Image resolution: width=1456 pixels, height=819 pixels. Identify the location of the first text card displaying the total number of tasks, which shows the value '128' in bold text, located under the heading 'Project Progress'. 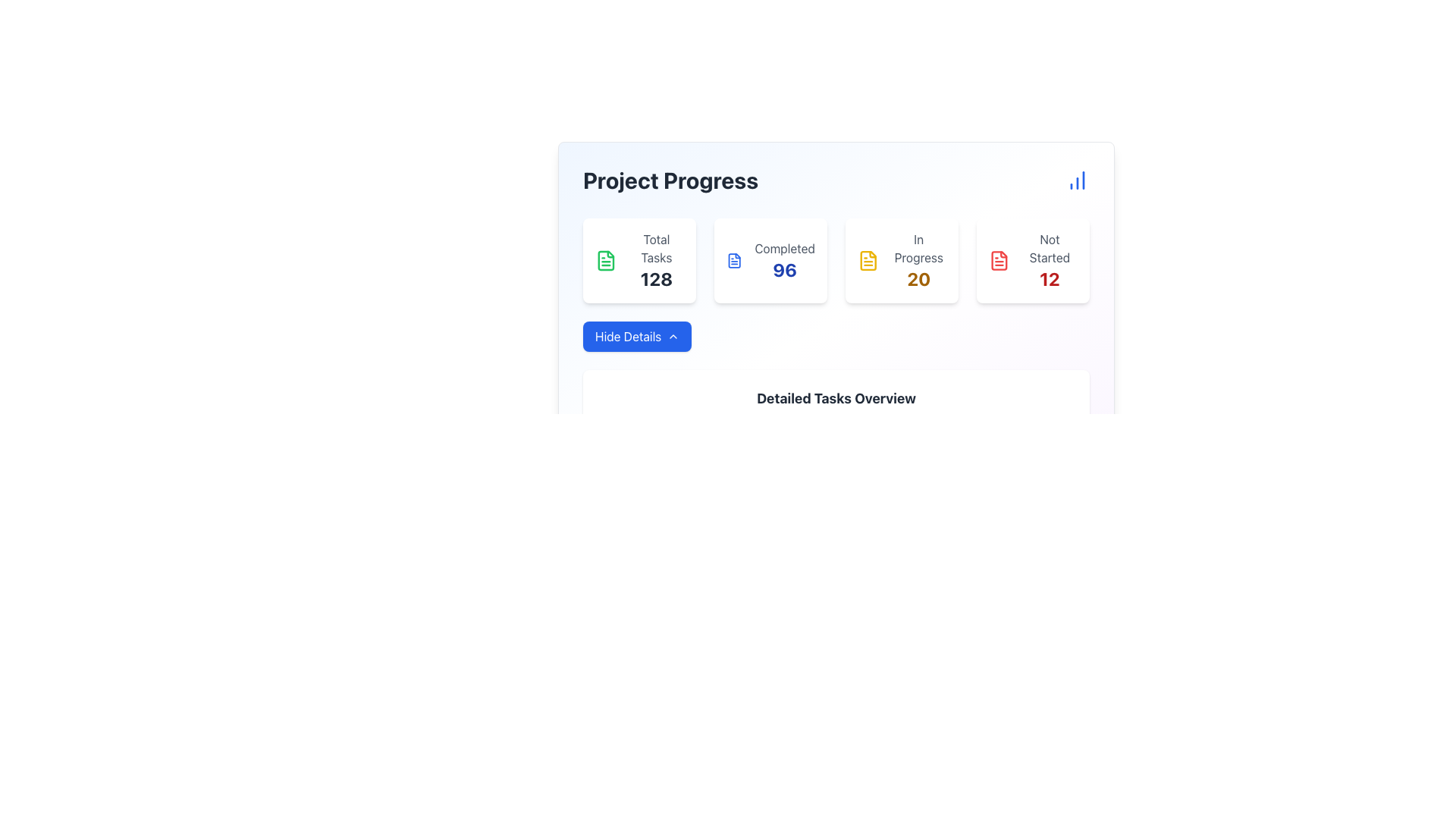
(656, 259).